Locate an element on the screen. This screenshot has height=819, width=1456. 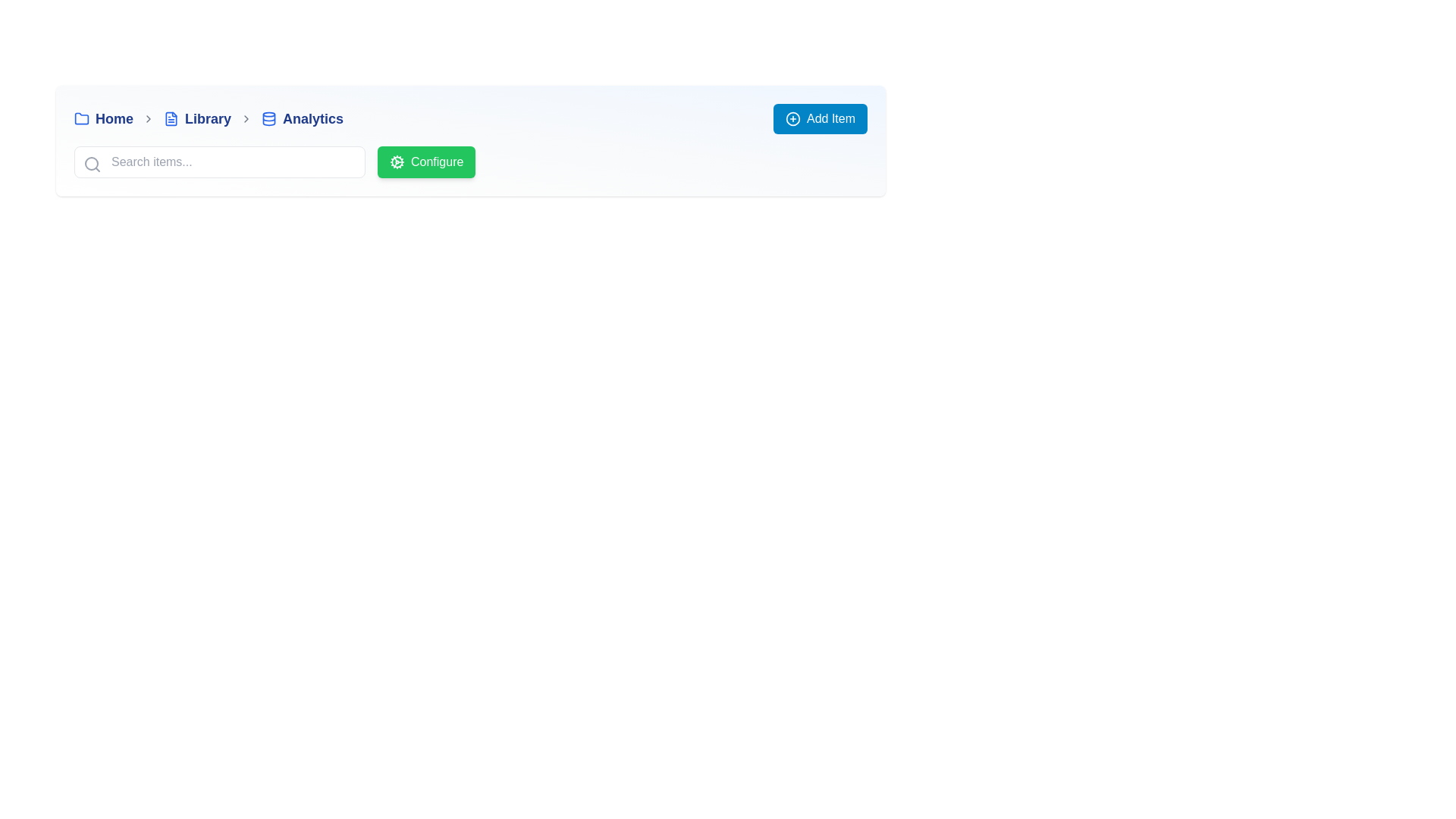
the 'Analytics' text label within the breadcrumb navigation bar is located at coordinates (312, 118).